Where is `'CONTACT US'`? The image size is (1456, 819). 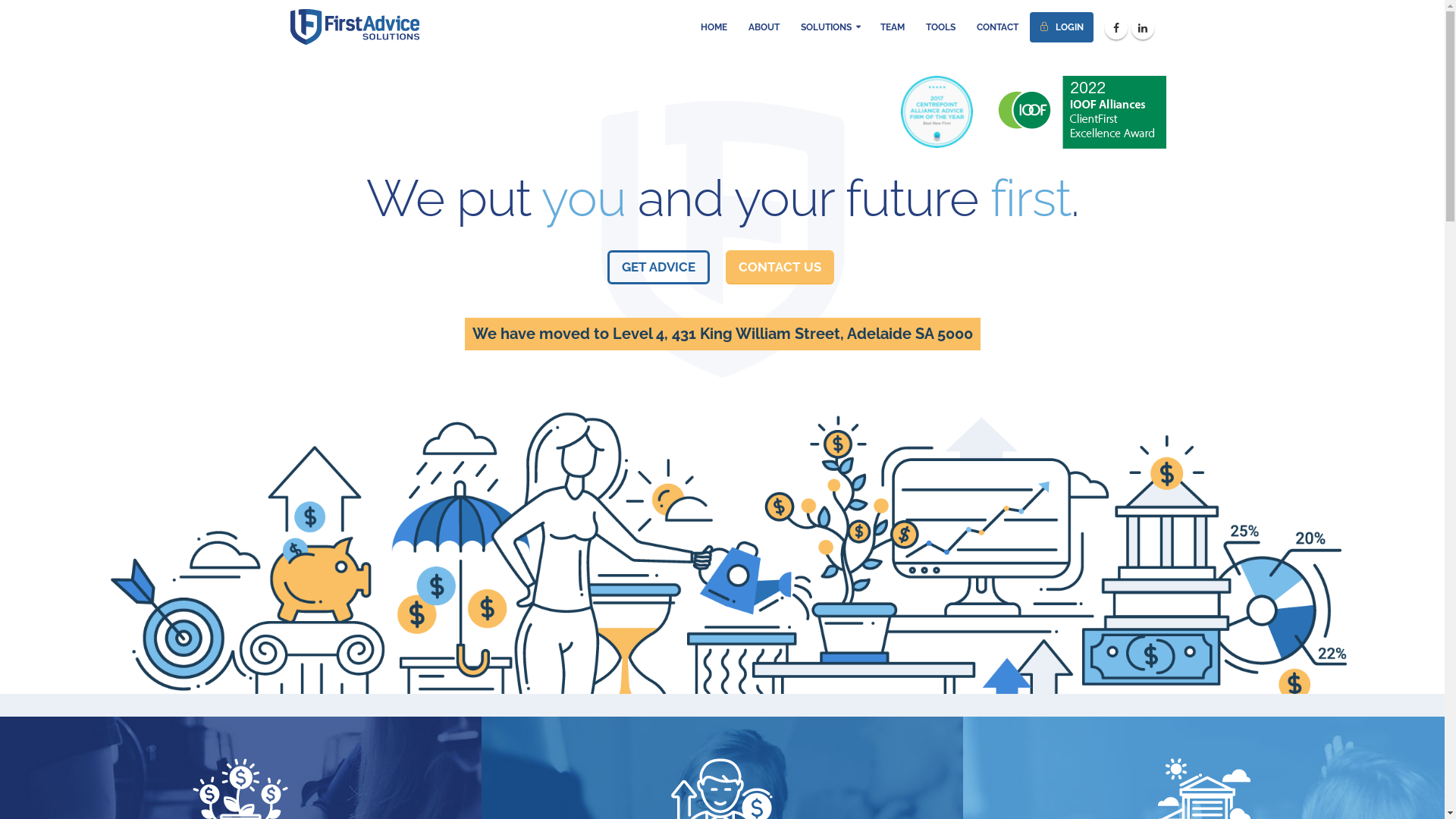
'CONTACT US' is located at coordinates (781, 268).